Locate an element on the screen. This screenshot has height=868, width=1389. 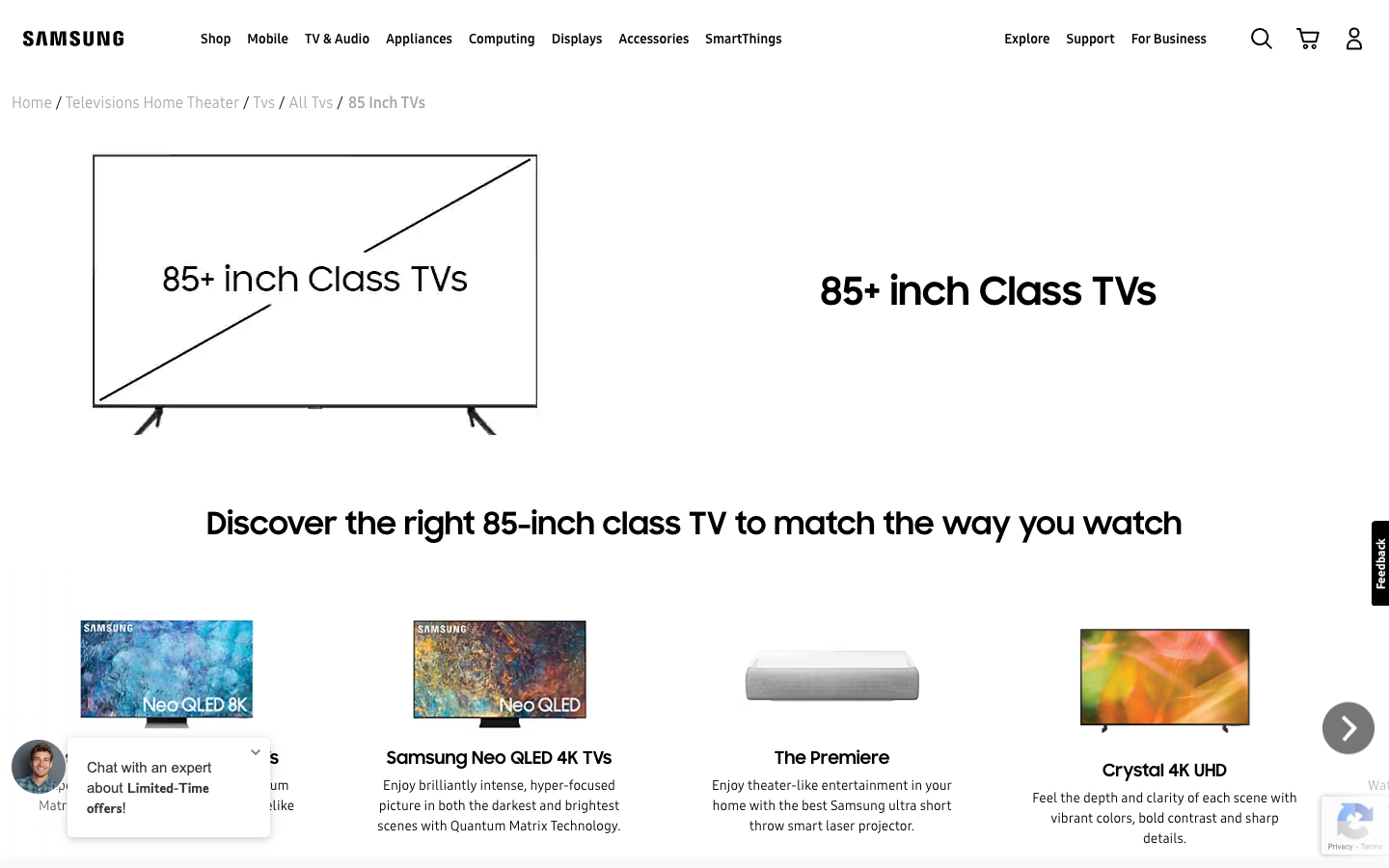
the cart by clicking on the cart icon is located at coordinates (1307, 37).